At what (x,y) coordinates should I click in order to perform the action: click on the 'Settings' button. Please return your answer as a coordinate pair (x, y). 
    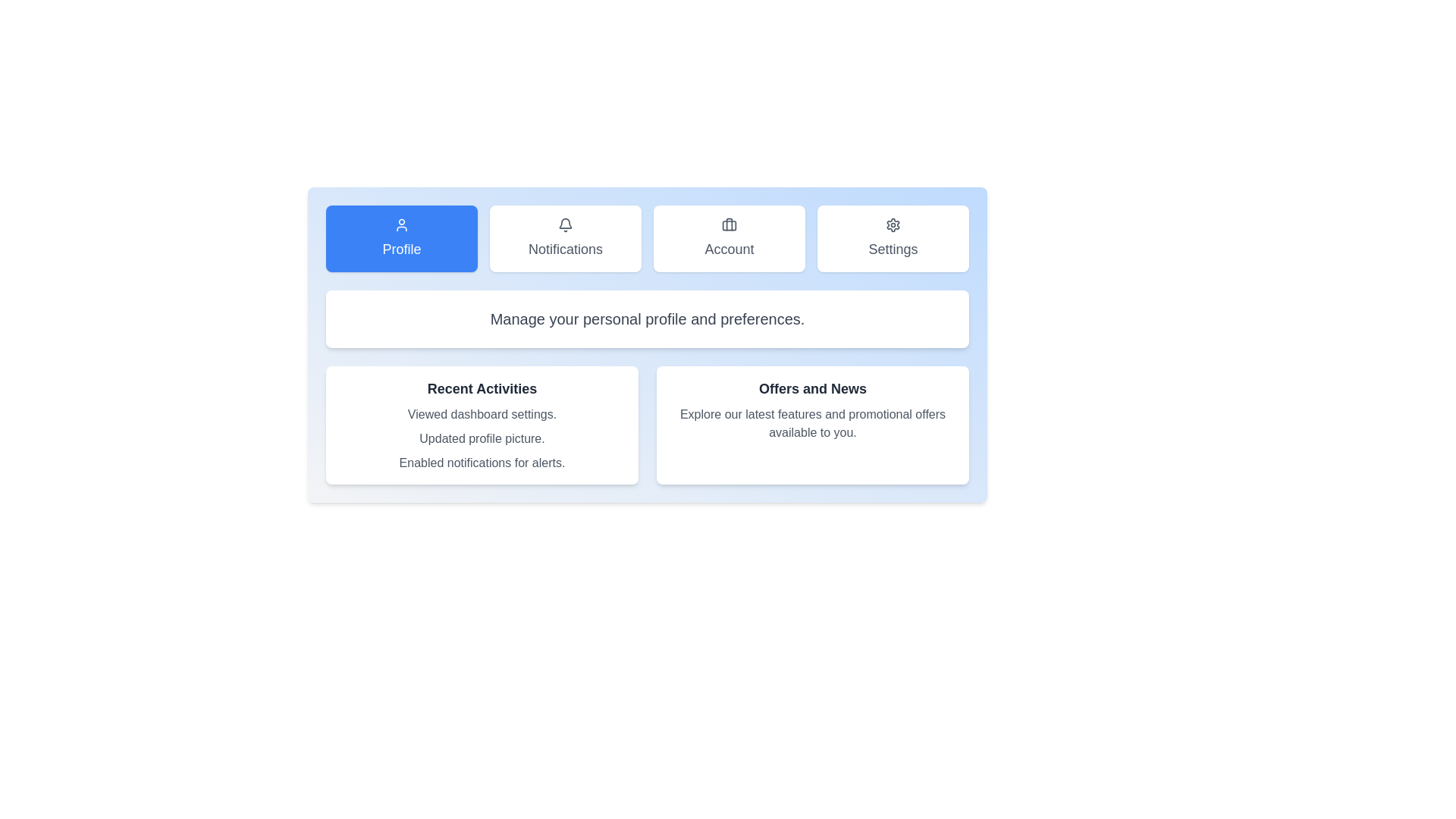
    Looking at the image, I should click on (893, 239).